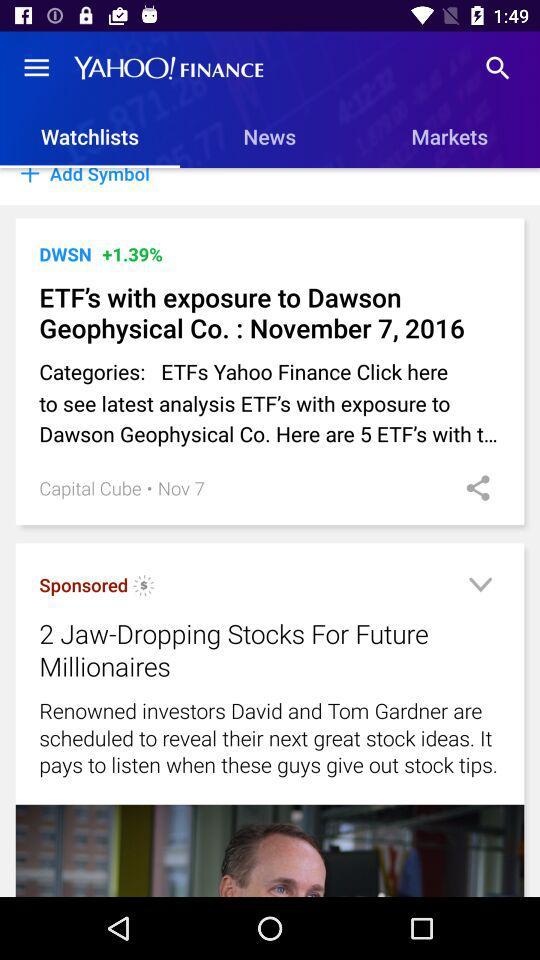 This screenshot has height=960, width=540. I want to click on open menu, so click(479, 588).